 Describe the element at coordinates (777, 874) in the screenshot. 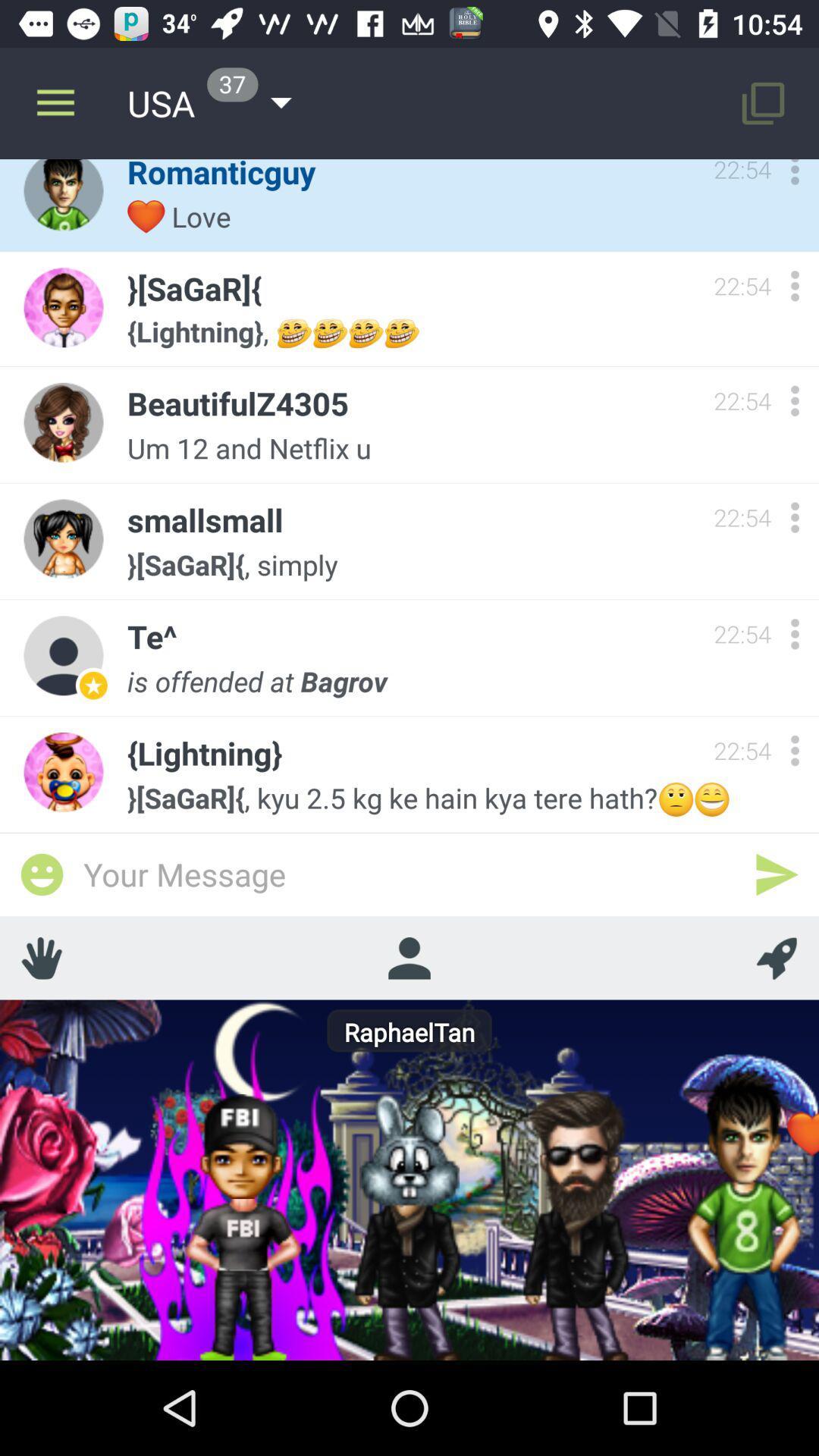

I see `relay message` at that location.